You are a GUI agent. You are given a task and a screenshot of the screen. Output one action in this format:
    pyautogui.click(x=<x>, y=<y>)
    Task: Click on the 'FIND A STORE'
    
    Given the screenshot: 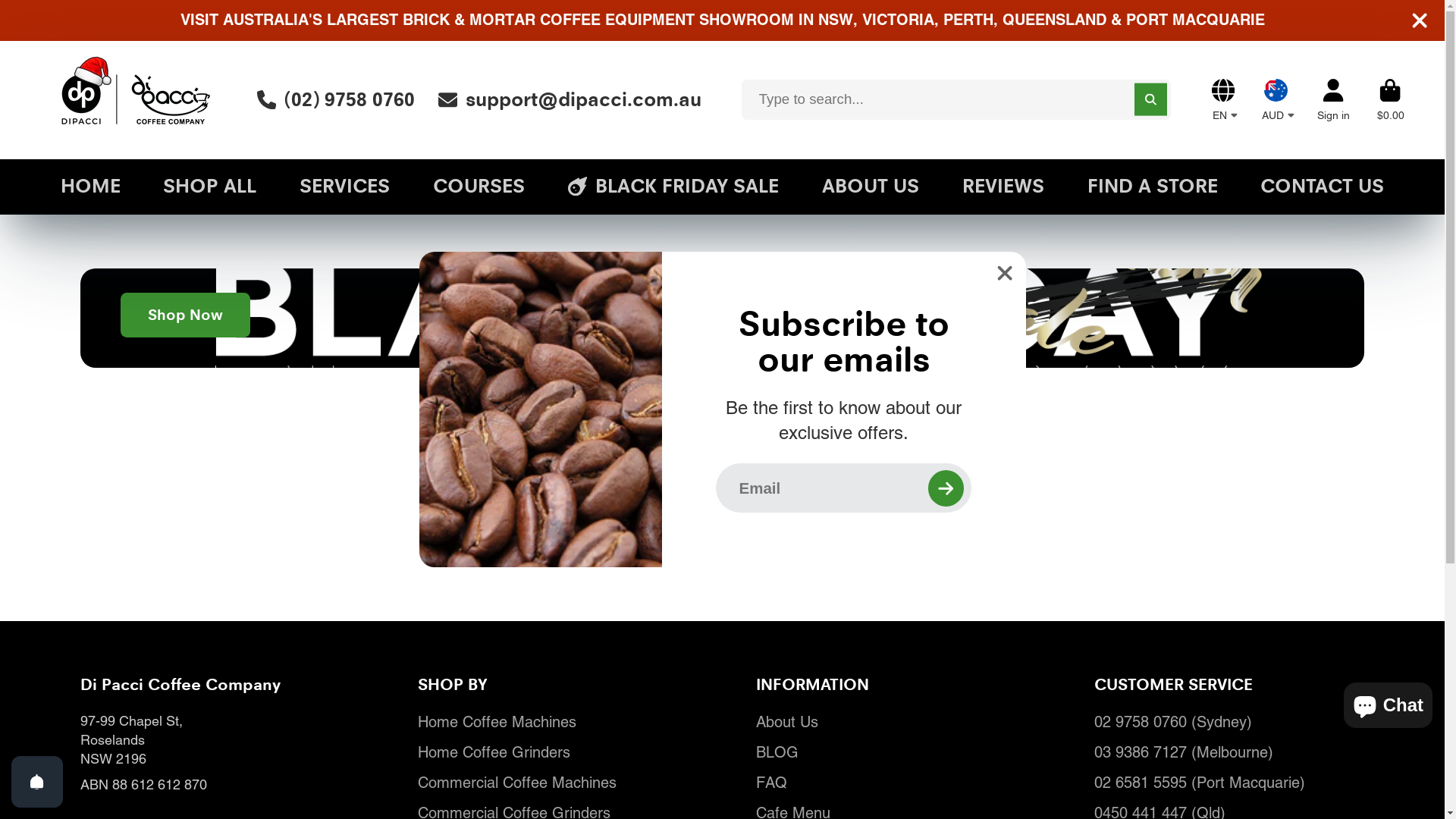 What is the action you would take?
    pyautogui.click(x=1153, y=185)
    